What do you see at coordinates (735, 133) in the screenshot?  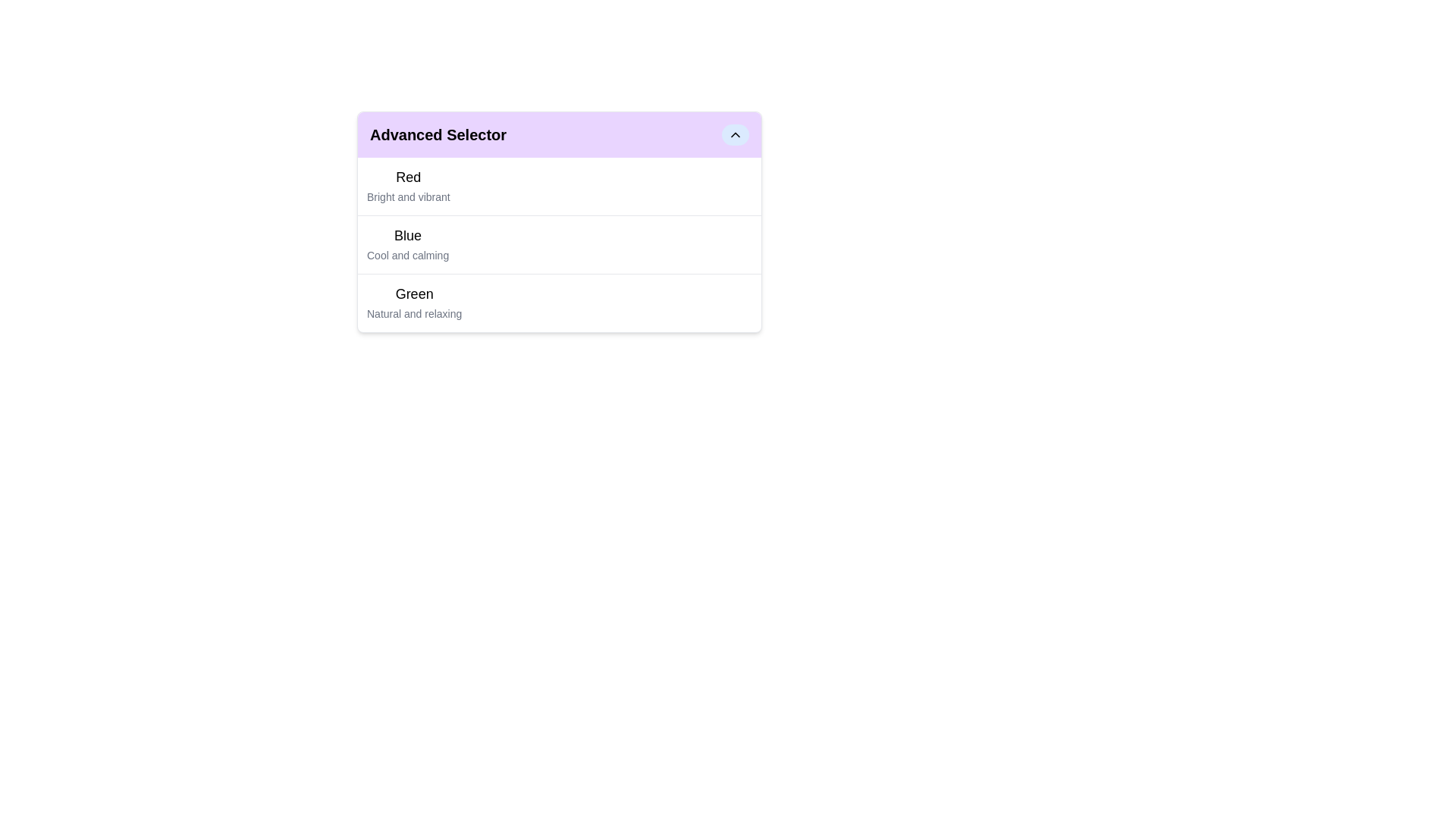 I see `the chevron icon located in the top-right corner of the 'Advanced Selector' component to focus it` at bounding box center [735, 133].